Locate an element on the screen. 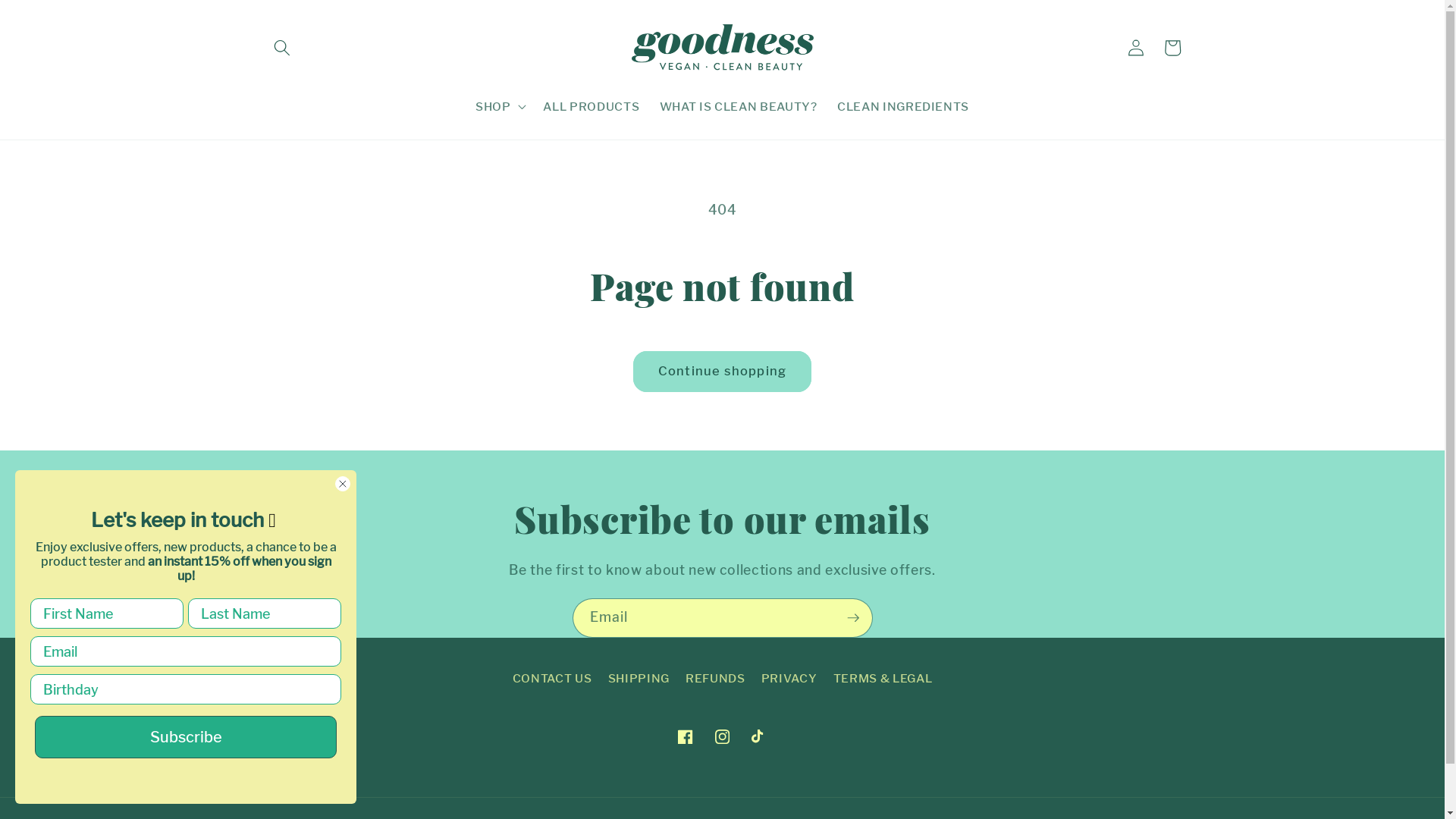 The image size is (1456, 819). 'Submit' is located at coordinates (21, 8).